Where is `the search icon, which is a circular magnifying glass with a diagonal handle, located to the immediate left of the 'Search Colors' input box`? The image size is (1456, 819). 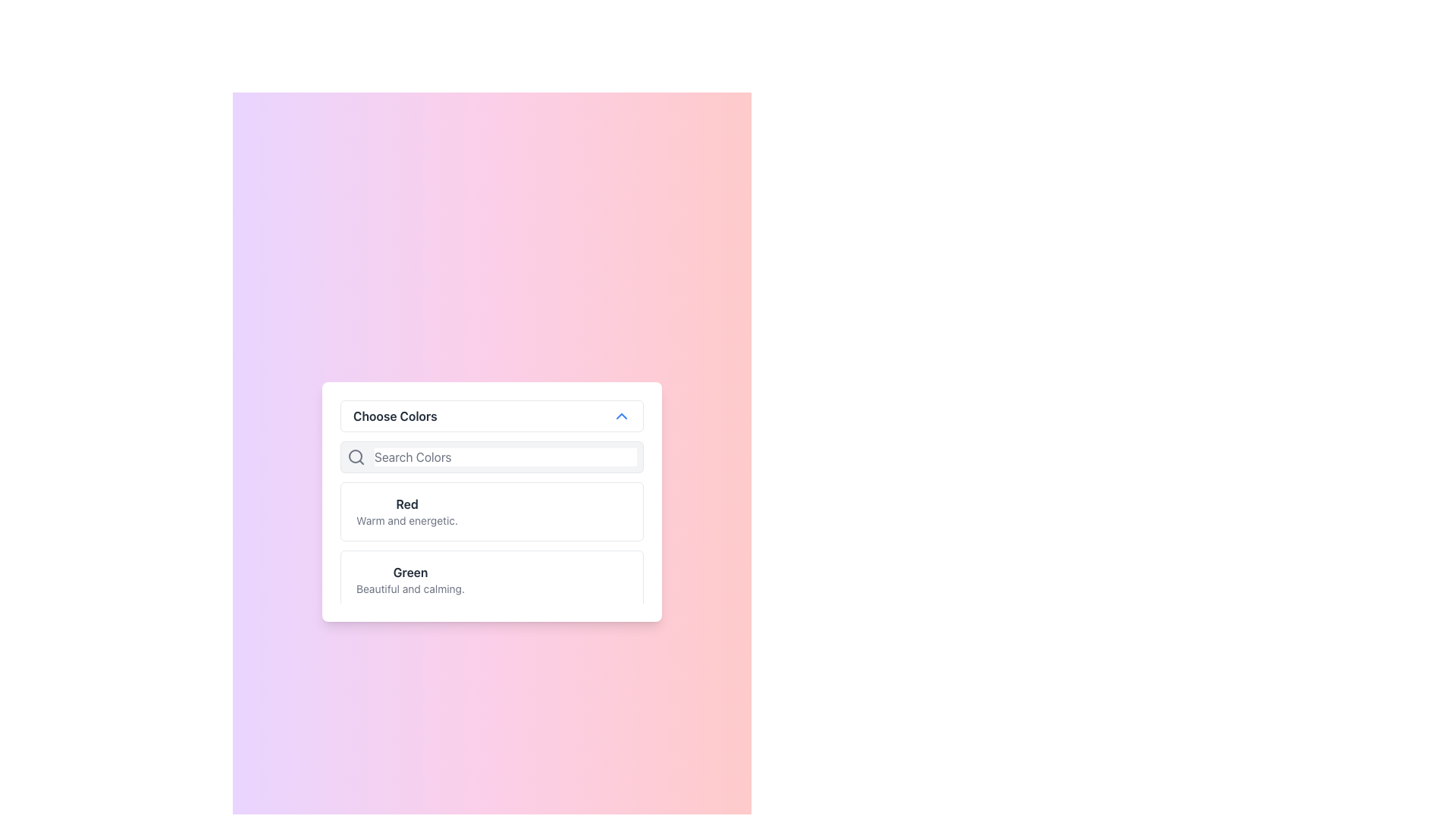 the search icon, which is a circular magnifying glass with a diagonal handle, located to the immediate left of the 'Search Colors' input box is located at coordinates (356, 456).